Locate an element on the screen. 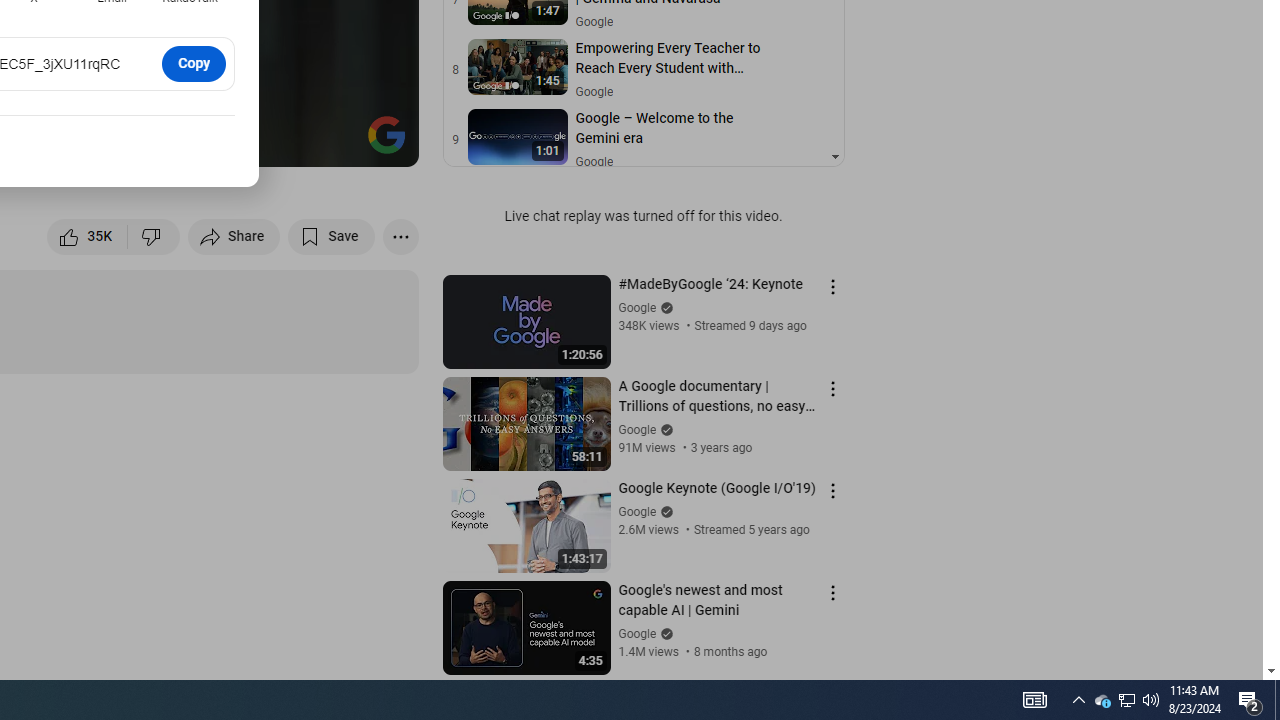 This screenshot has width=1280, height=720. 'Channel watermark' is located at coordinates (386, 135).